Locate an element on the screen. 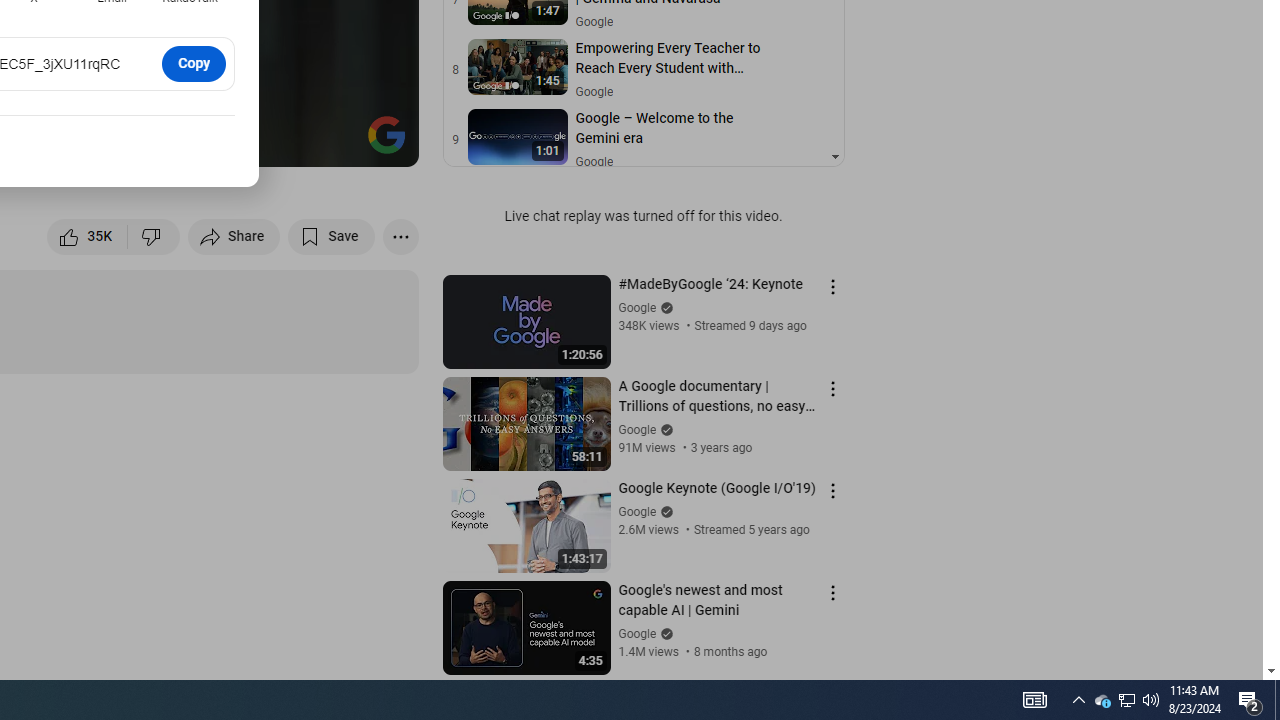 This screenshot has width=1280, height=720. 'Channel watermark' is located at coordinates (386, 135).